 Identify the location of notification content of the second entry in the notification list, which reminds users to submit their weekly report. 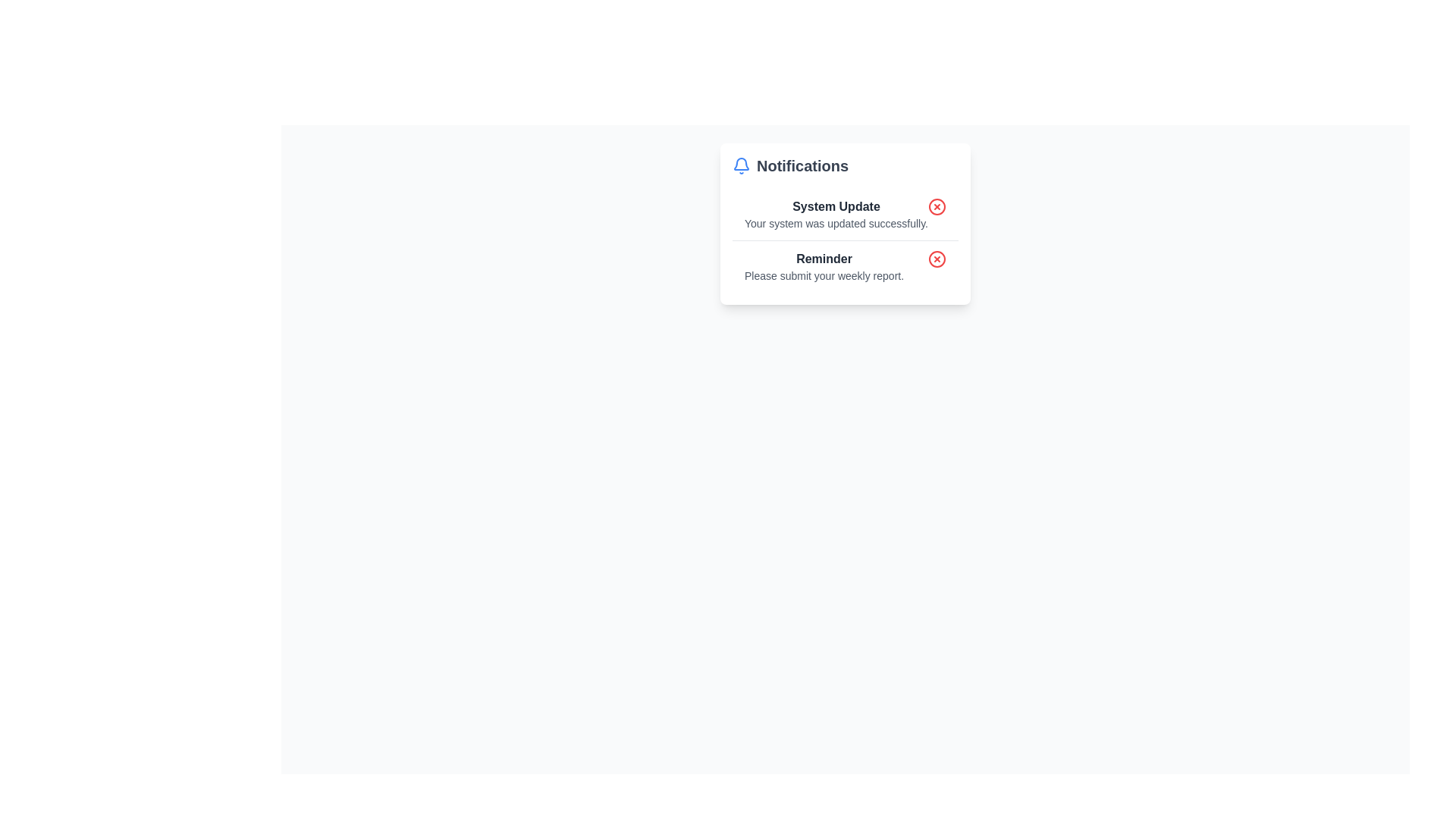
(844, 265).